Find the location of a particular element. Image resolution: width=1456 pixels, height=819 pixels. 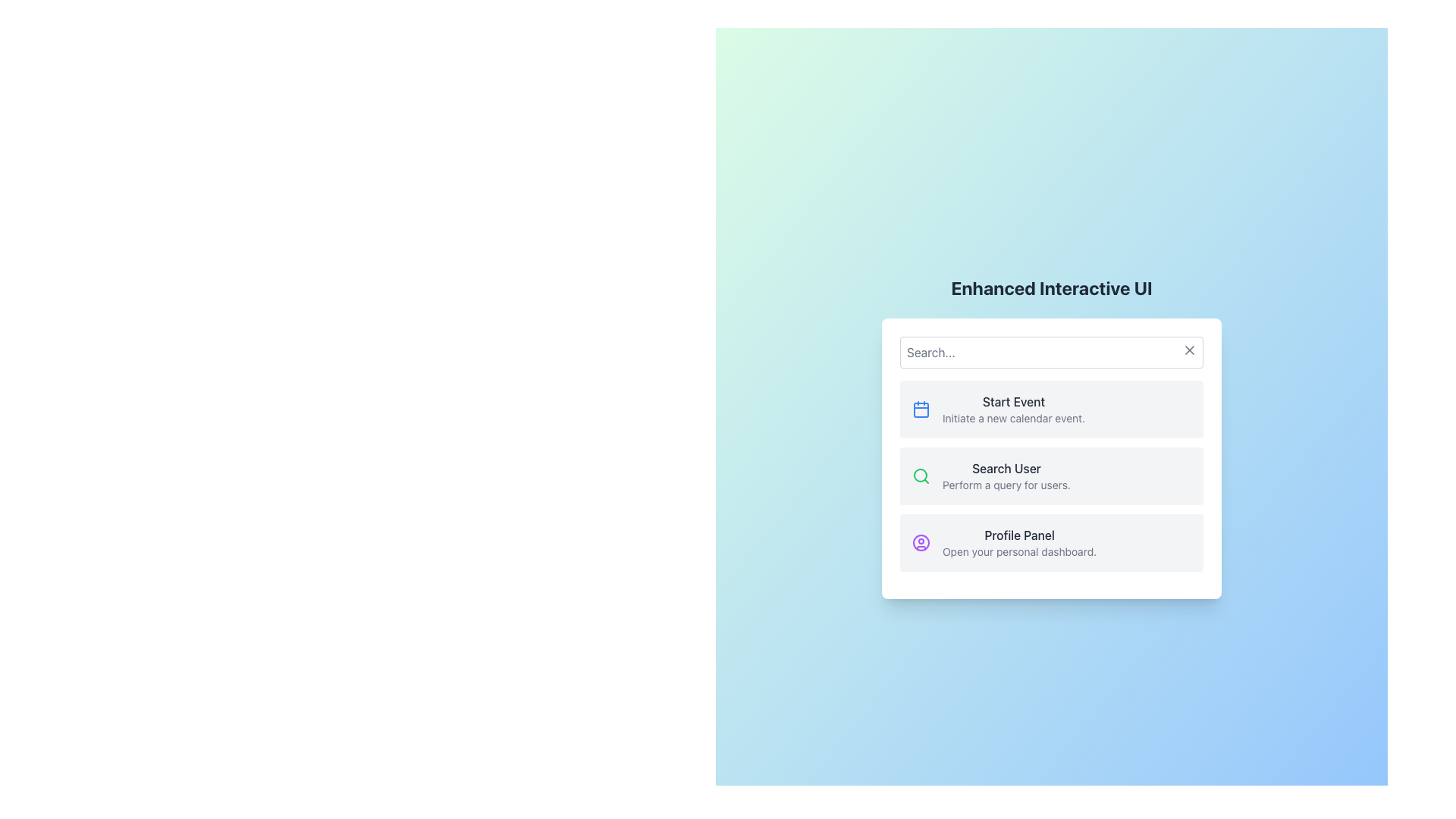

text from the 'Profile Panel' description block, which includes a bold title and a lighter subtitle, located within a card-like layout as the third item in a vertically stacked list is located at coordinates (1019, 542).